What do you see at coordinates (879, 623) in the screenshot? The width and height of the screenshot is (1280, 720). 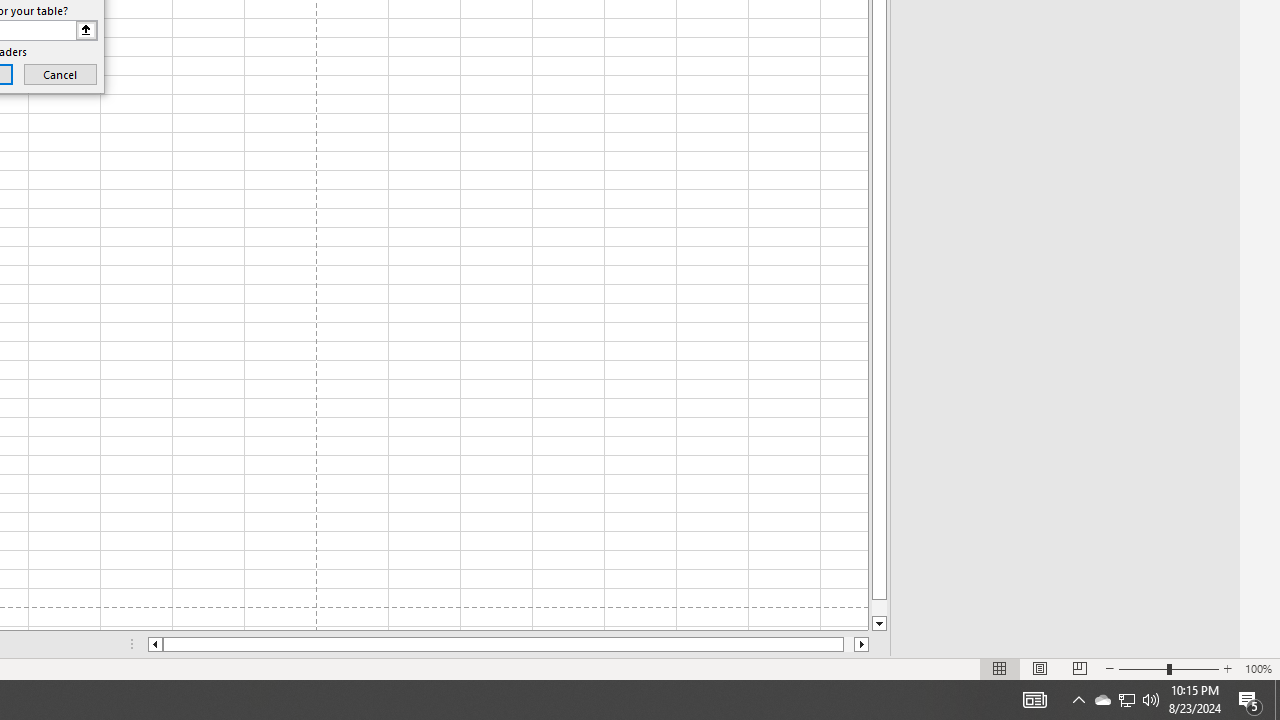 I see `'Line down'` at bounding box center [879, 623].